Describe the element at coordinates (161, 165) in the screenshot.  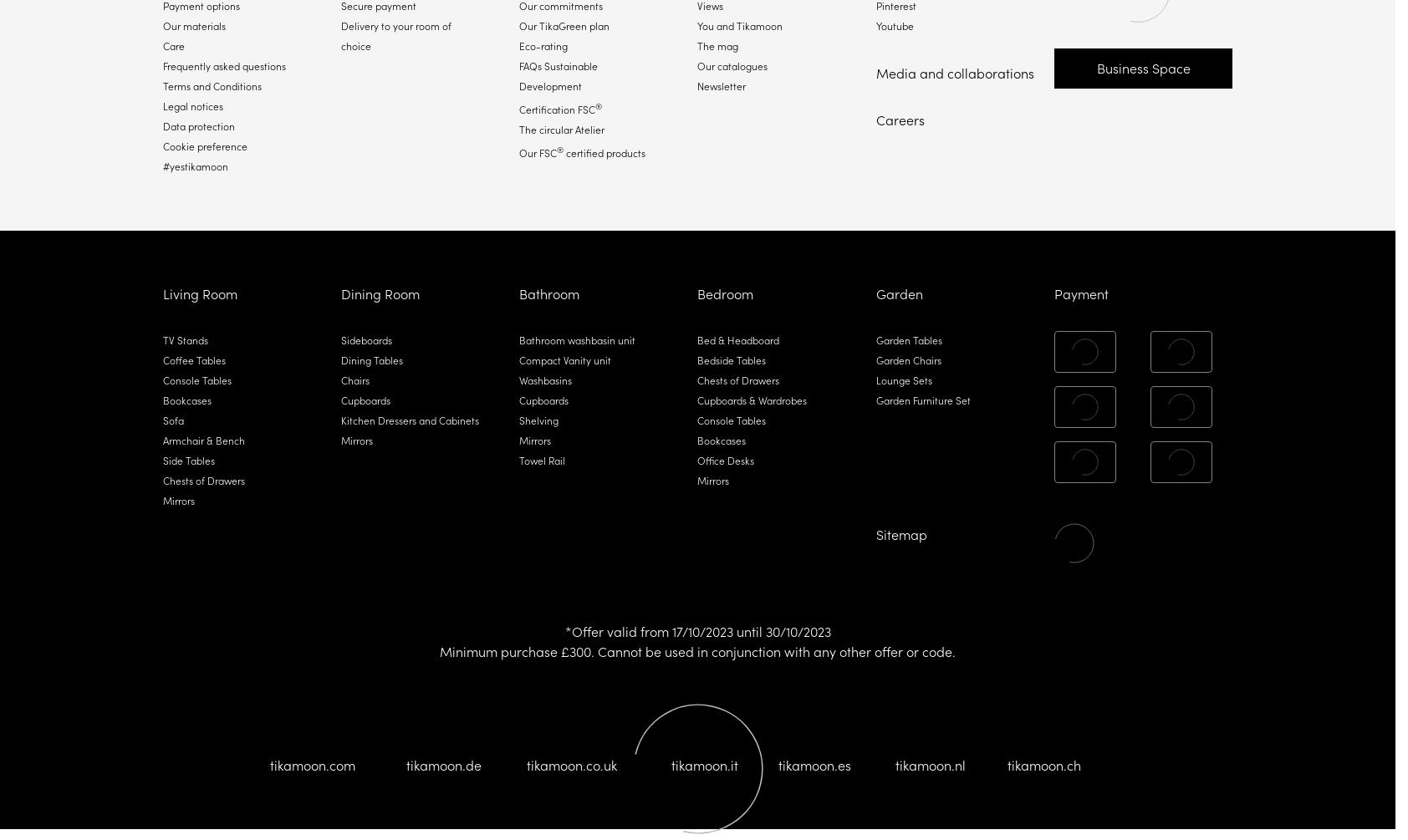
I see `'#yestikamoon'` at that location.